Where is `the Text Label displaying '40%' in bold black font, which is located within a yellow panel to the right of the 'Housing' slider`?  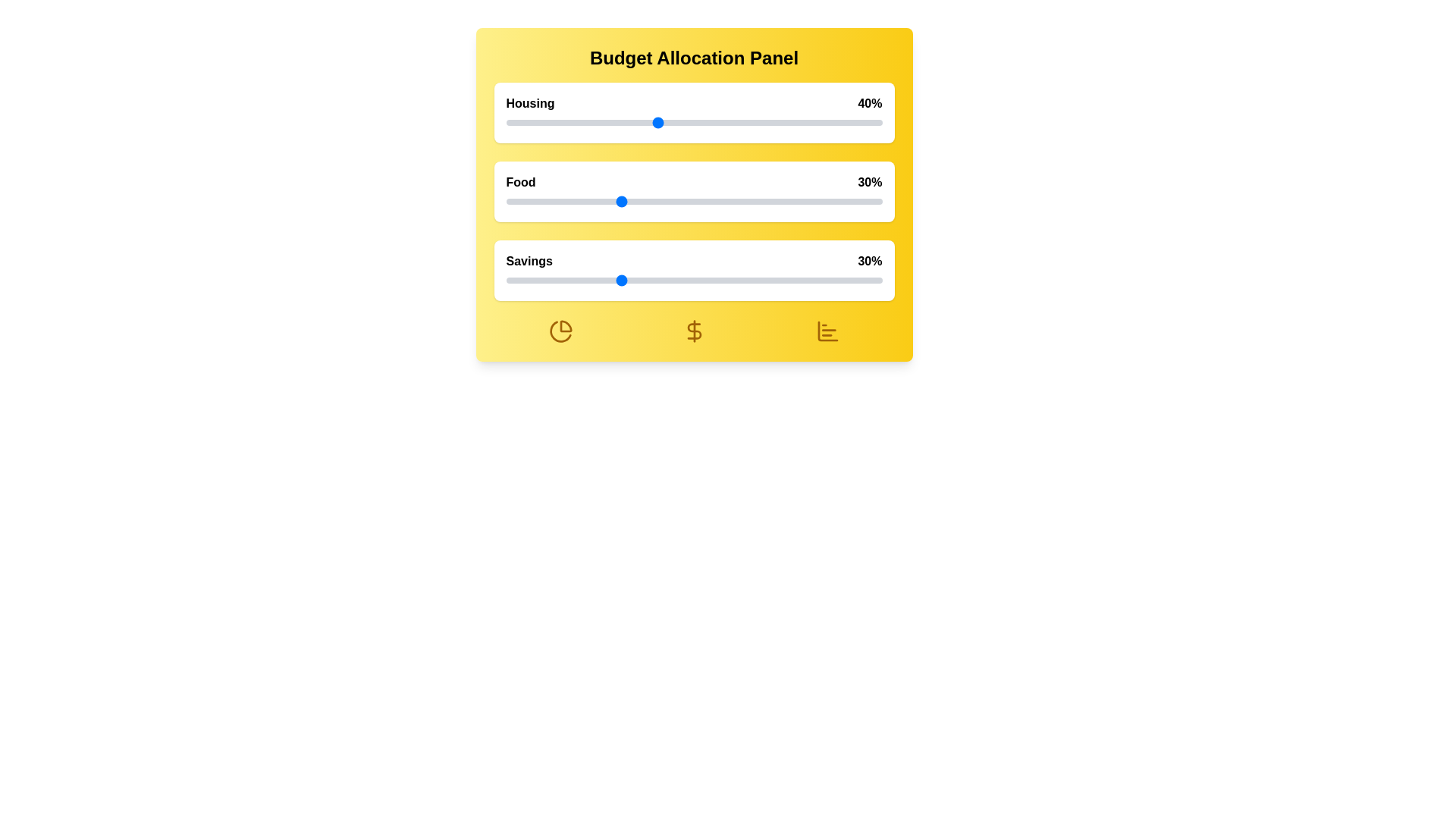
the Text Label displaying '40%' in bold black font, which is located within a yellow panel to the right of the 'Housing' slider is located at coordinates (870, 103).